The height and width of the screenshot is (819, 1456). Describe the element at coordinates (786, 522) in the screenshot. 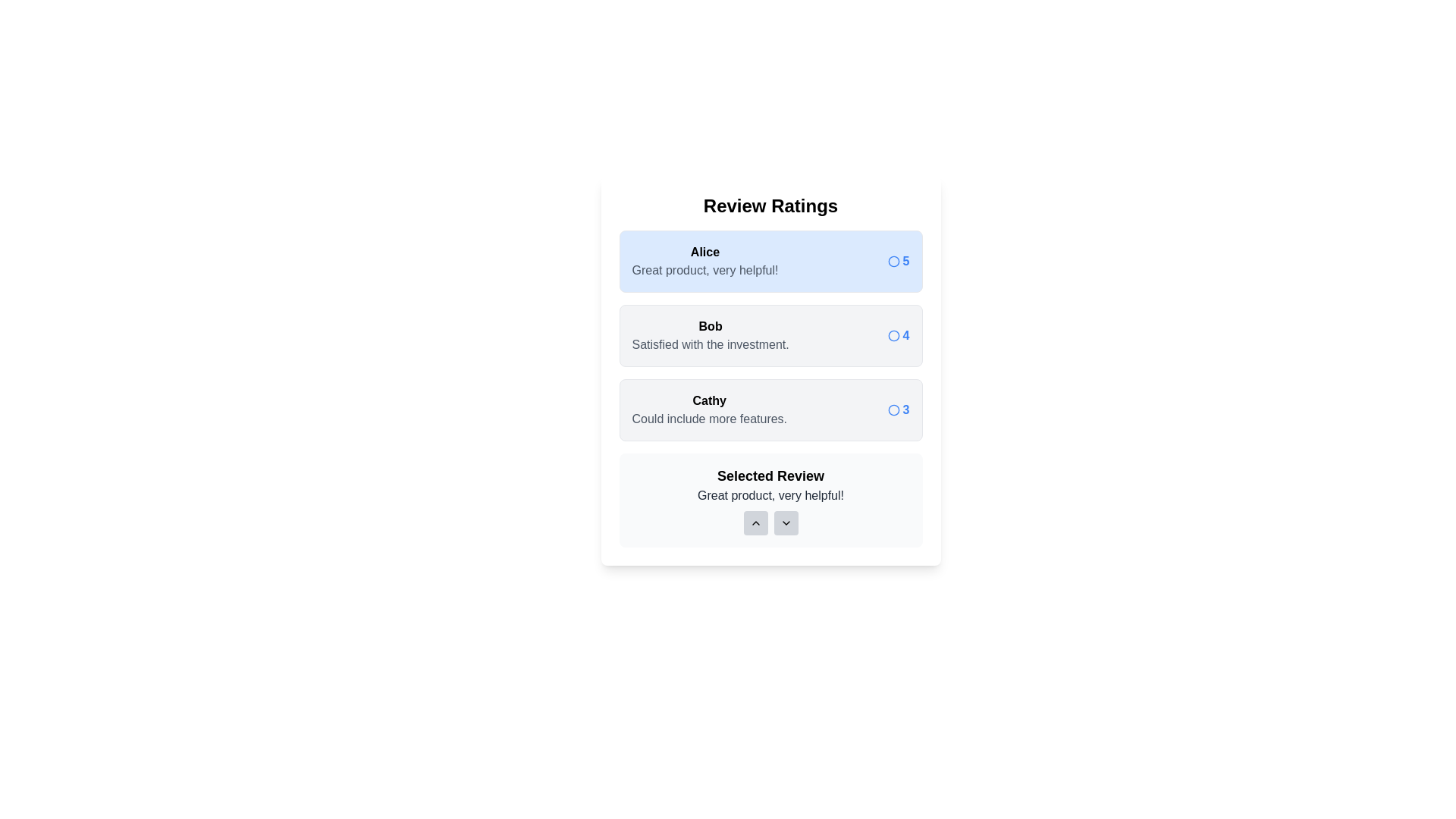

I see `the down button in the 'Selected Review' section` at that location.